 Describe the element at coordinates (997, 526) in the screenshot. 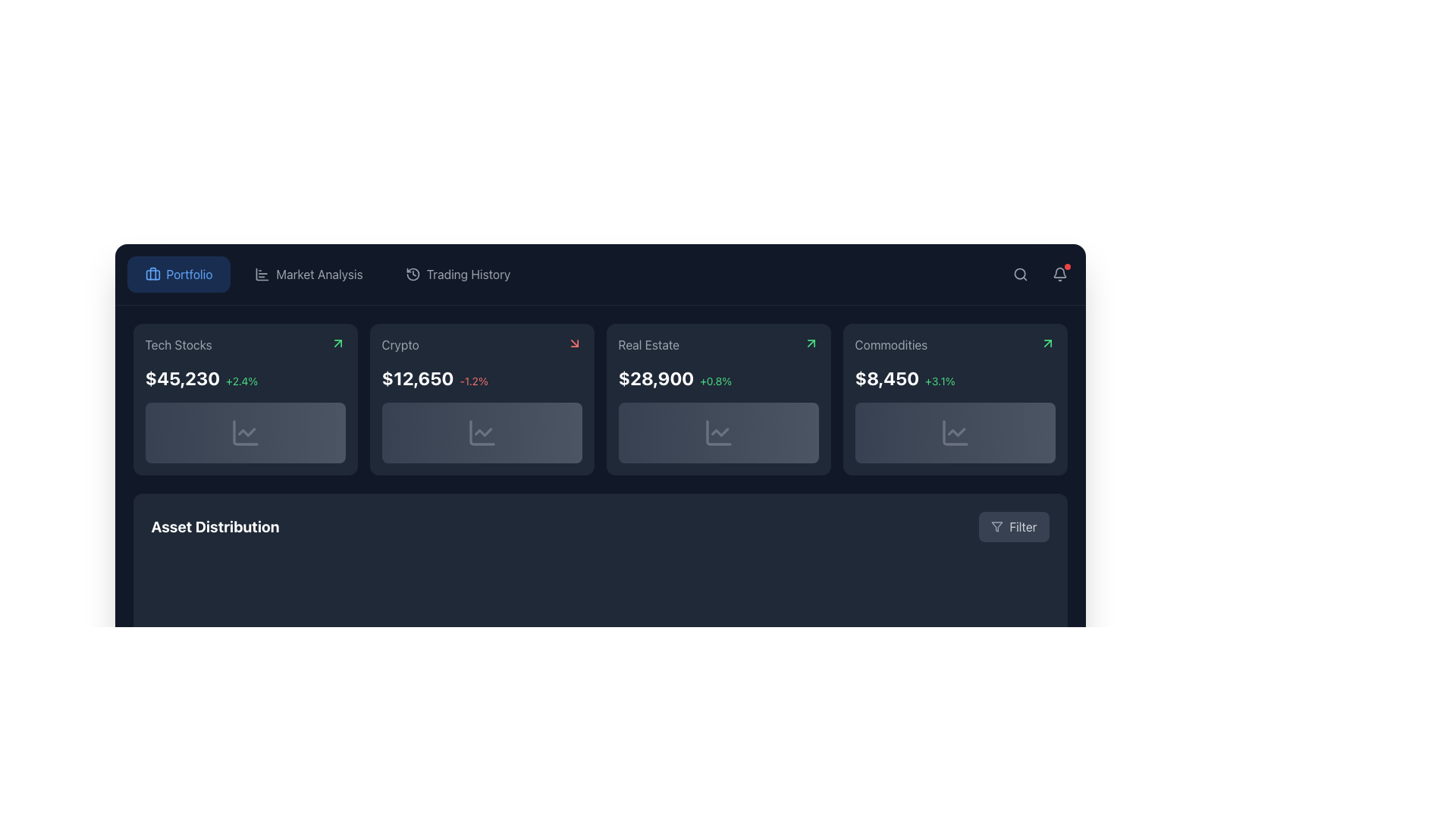

I see `the visual representation of the stylized icon resembling an inverted triangular funnel, located within the 'Filter' button in the bottom-right corner of the interface` at that location.